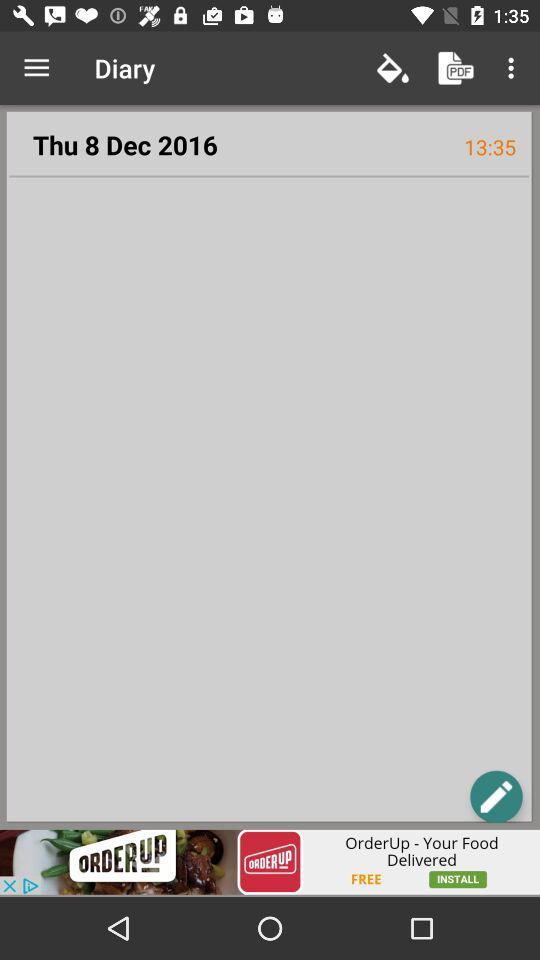 This screenshot has height=960, width=540. I want to click on edit text or create text, so click(495, 796).